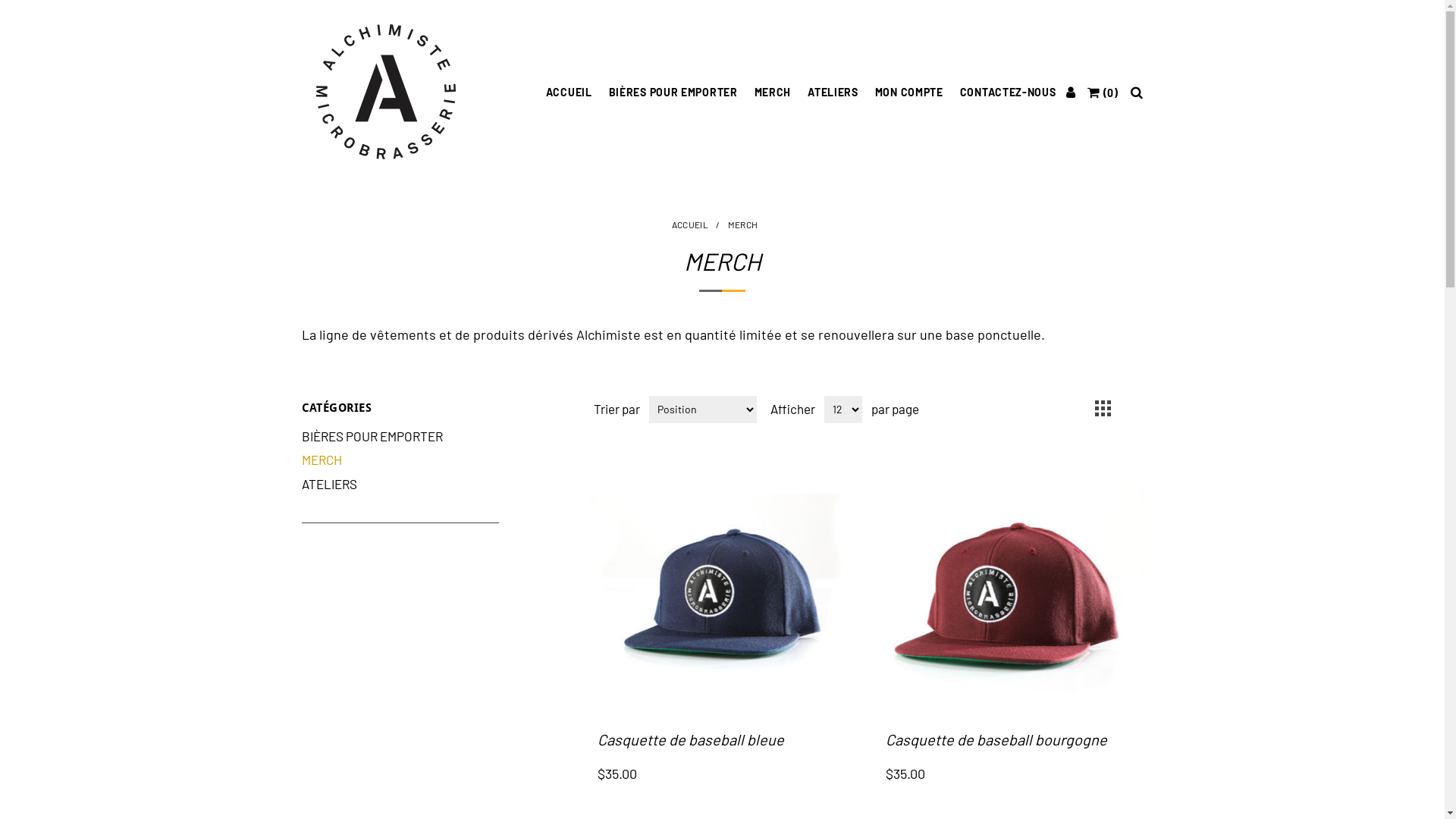 The height and width of the screenshot is (819, 1456). I want to click on 'CONTACTEZ-NOUS', so click(959, 93).